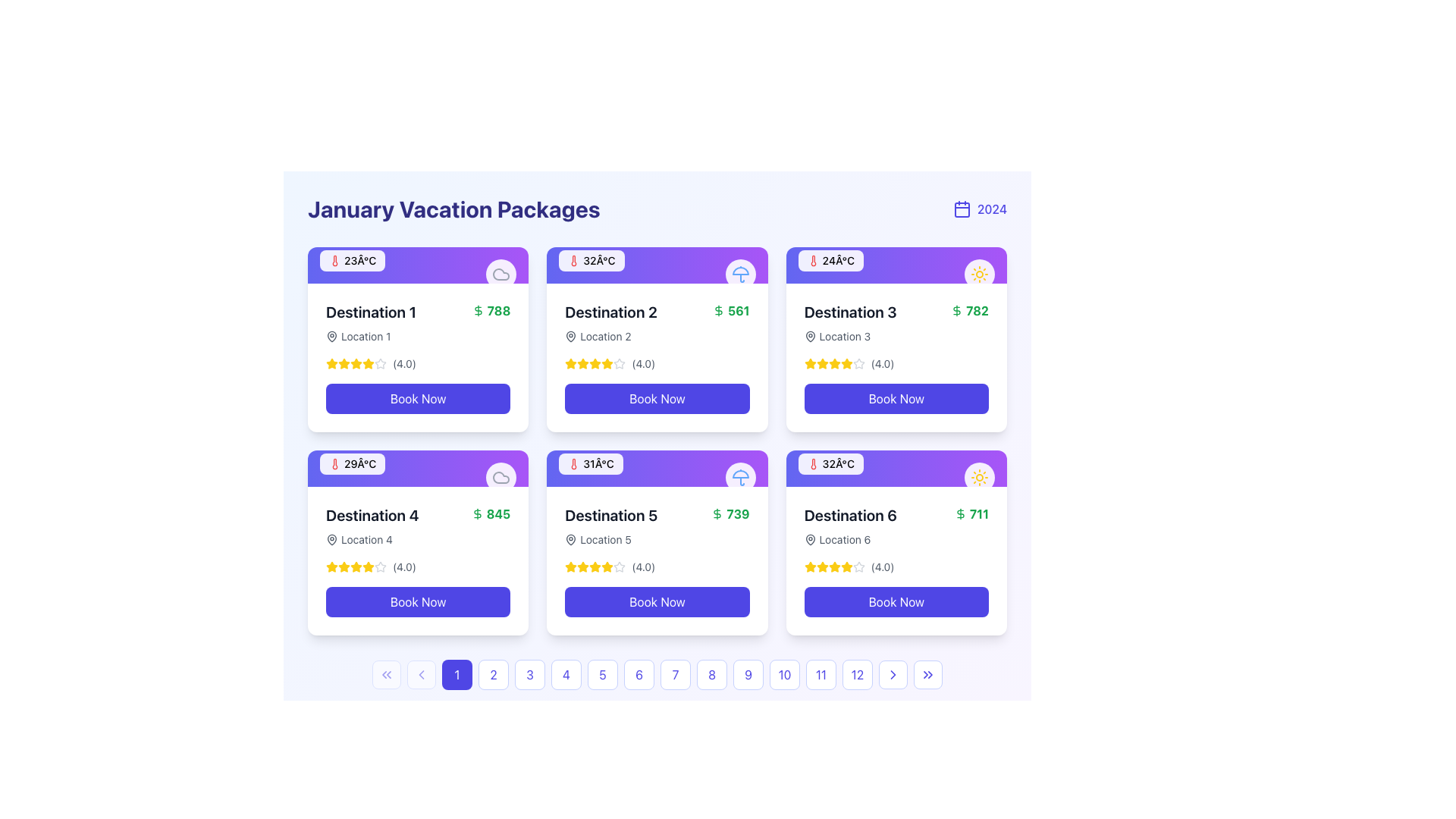 Image resolution: width=1456 pixels, height=819 pixels. I want to click on the fourth star icon in the rating section of the 'Destination 6' card, which visually indicates a rating by being fully filled, so click(809, 566).